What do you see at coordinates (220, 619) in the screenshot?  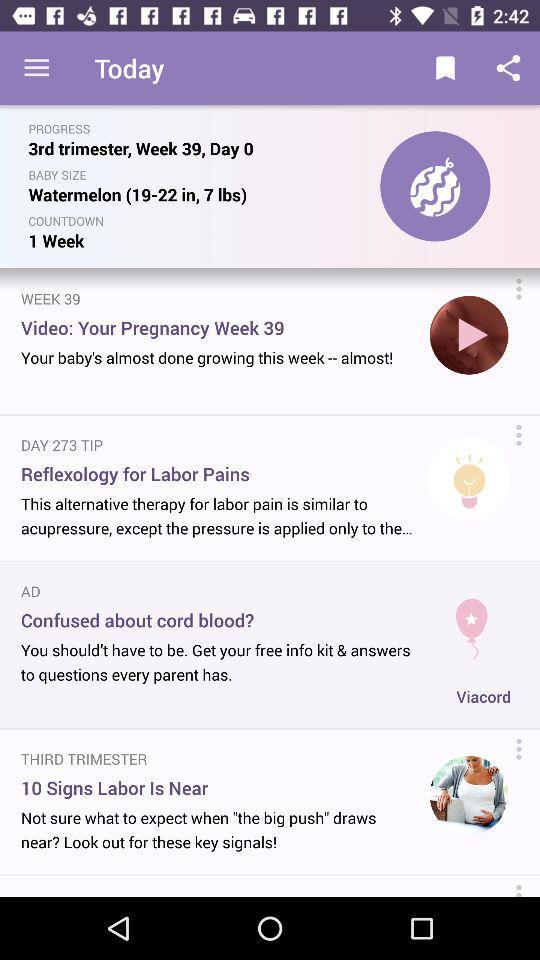 I see `the confused about cord item` at bounding box center [220, 619].